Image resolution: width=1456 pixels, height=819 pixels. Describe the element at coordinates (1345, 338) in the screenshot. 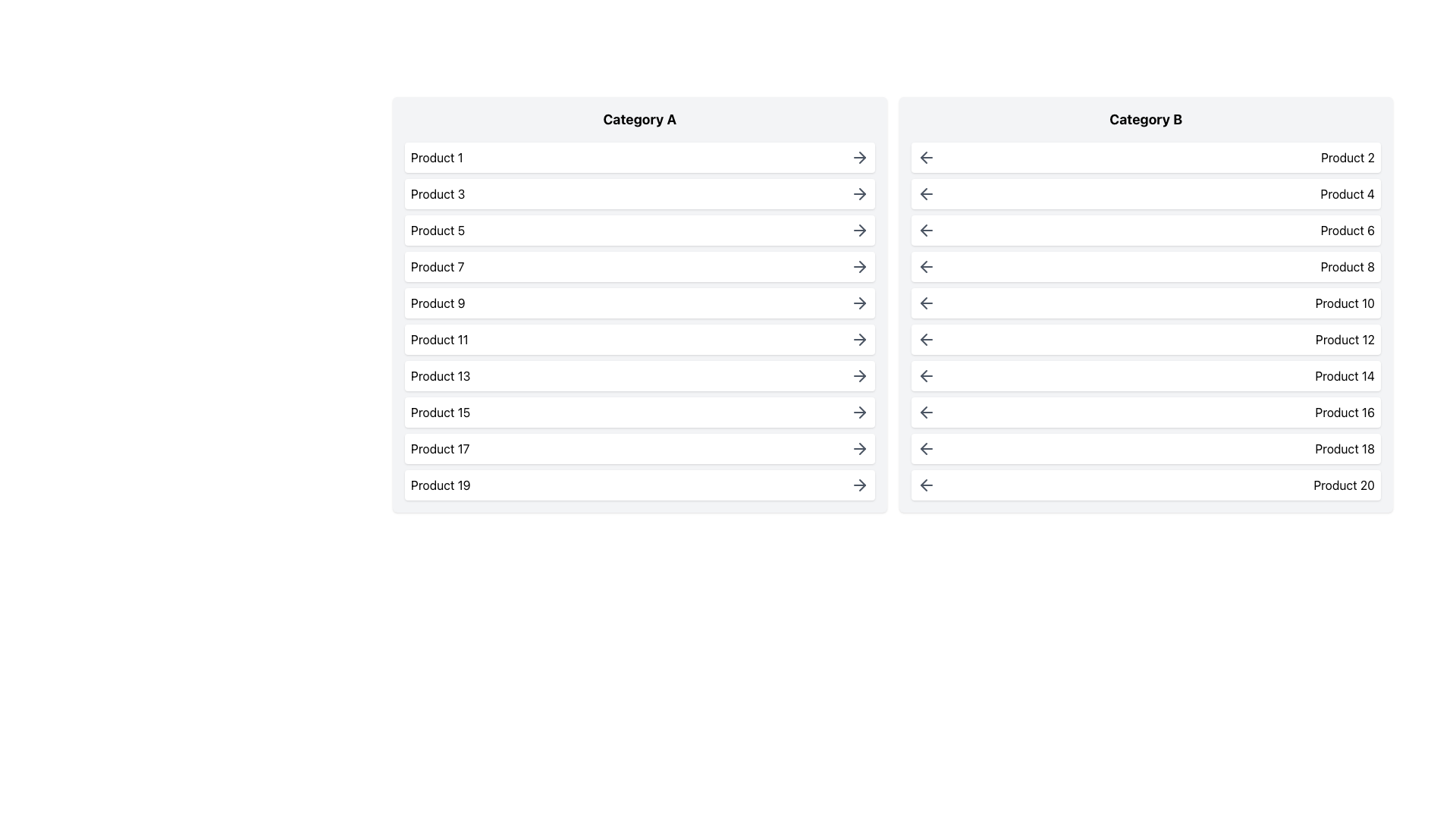

I see `the text label displaying 'Product 12', which is aligned in the second column of 'Category B' and positioned adjacent to an arrow icon` at that location.